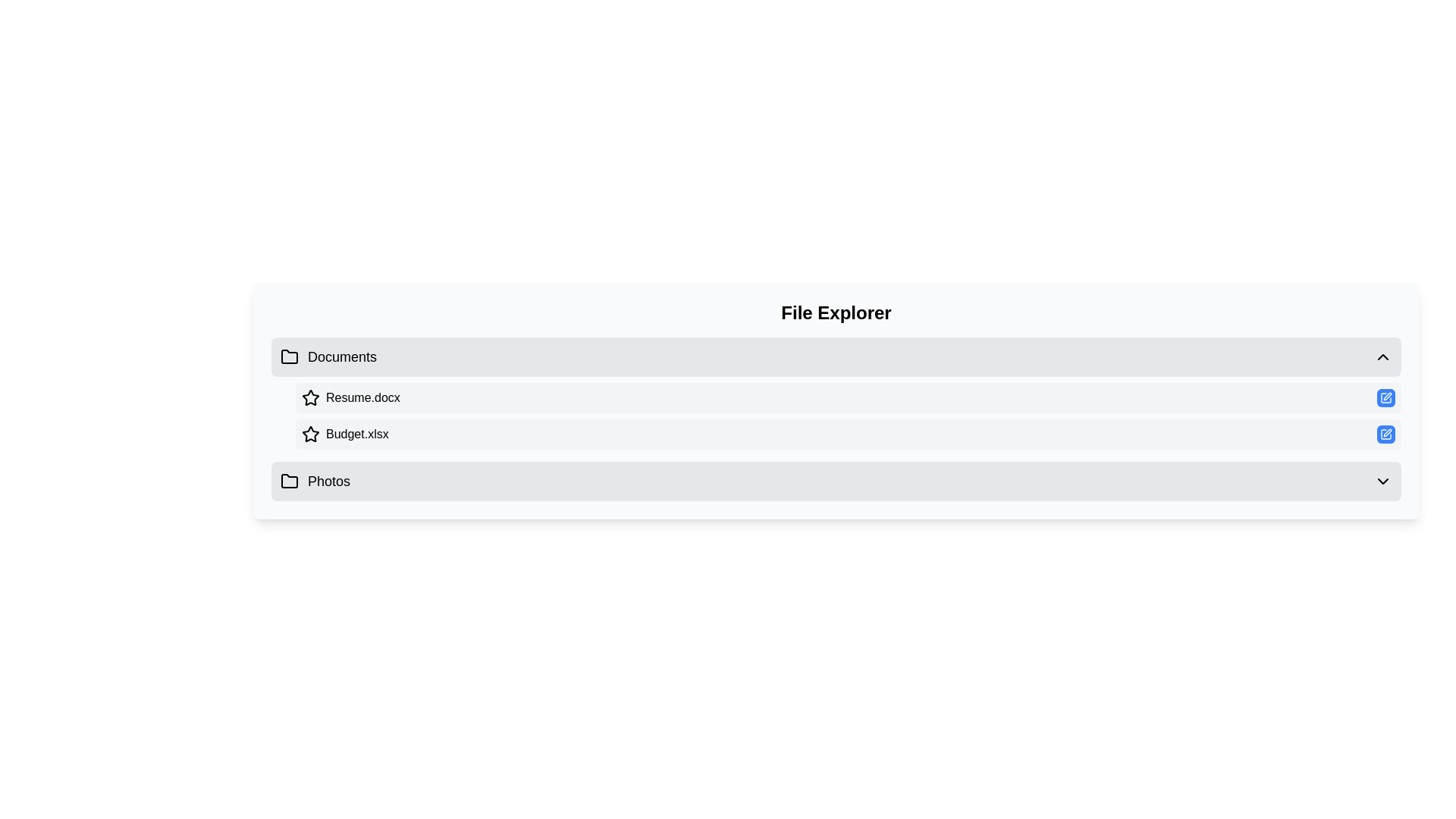 Image resolution: width=1456 pixels, height=819 pixels. Describe the element at coordinates (836, 482) in the screenshot. I see `the 'Photos' folder entry` at that location.